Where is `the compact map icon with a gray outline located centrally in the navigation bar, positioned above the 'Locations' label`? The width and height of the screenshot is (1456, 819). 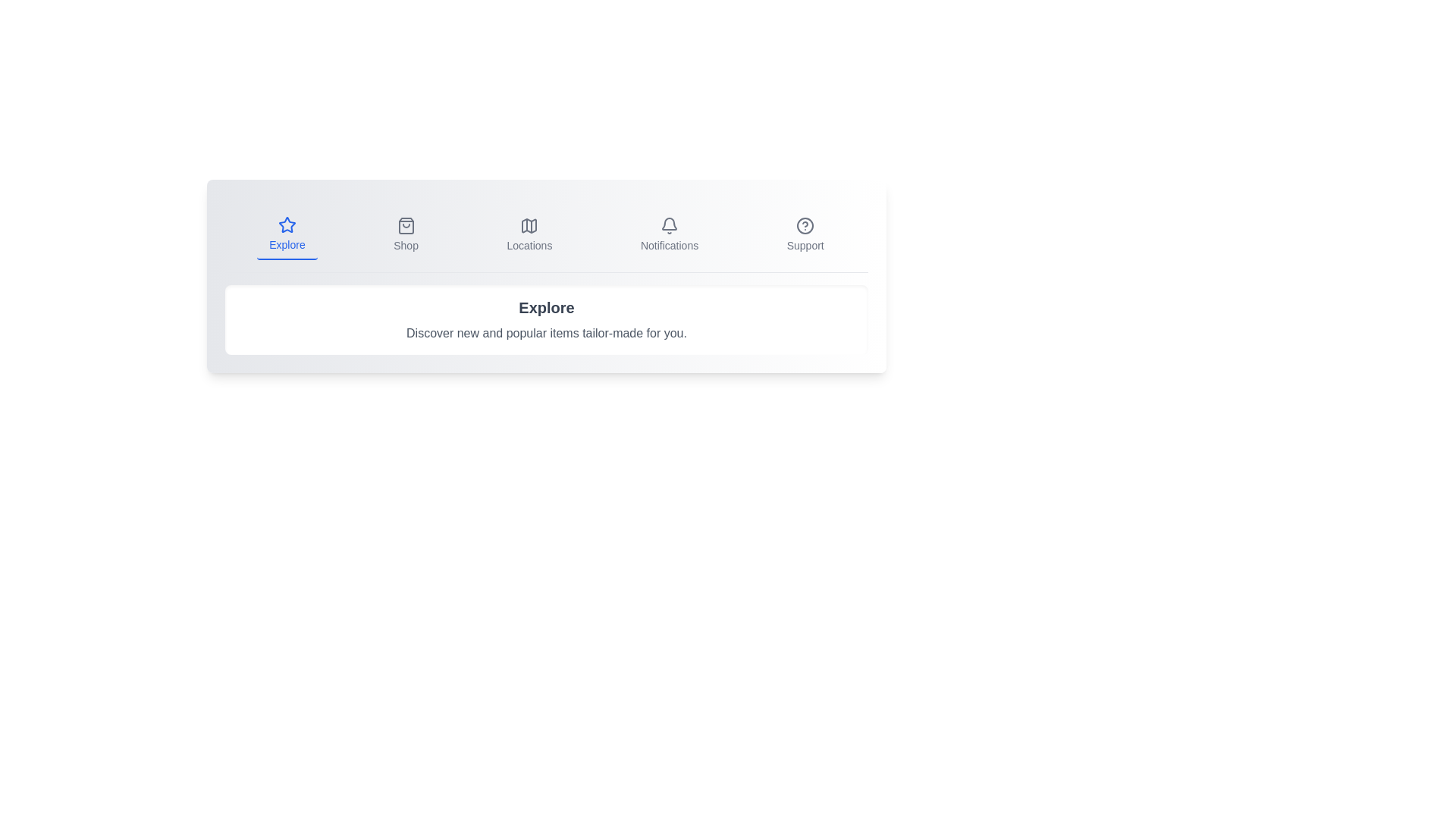
the compact map icon with a gray outline located centrally in the navigation bar, positioned above the 'Locations' label is located at coordinates (529, 225).